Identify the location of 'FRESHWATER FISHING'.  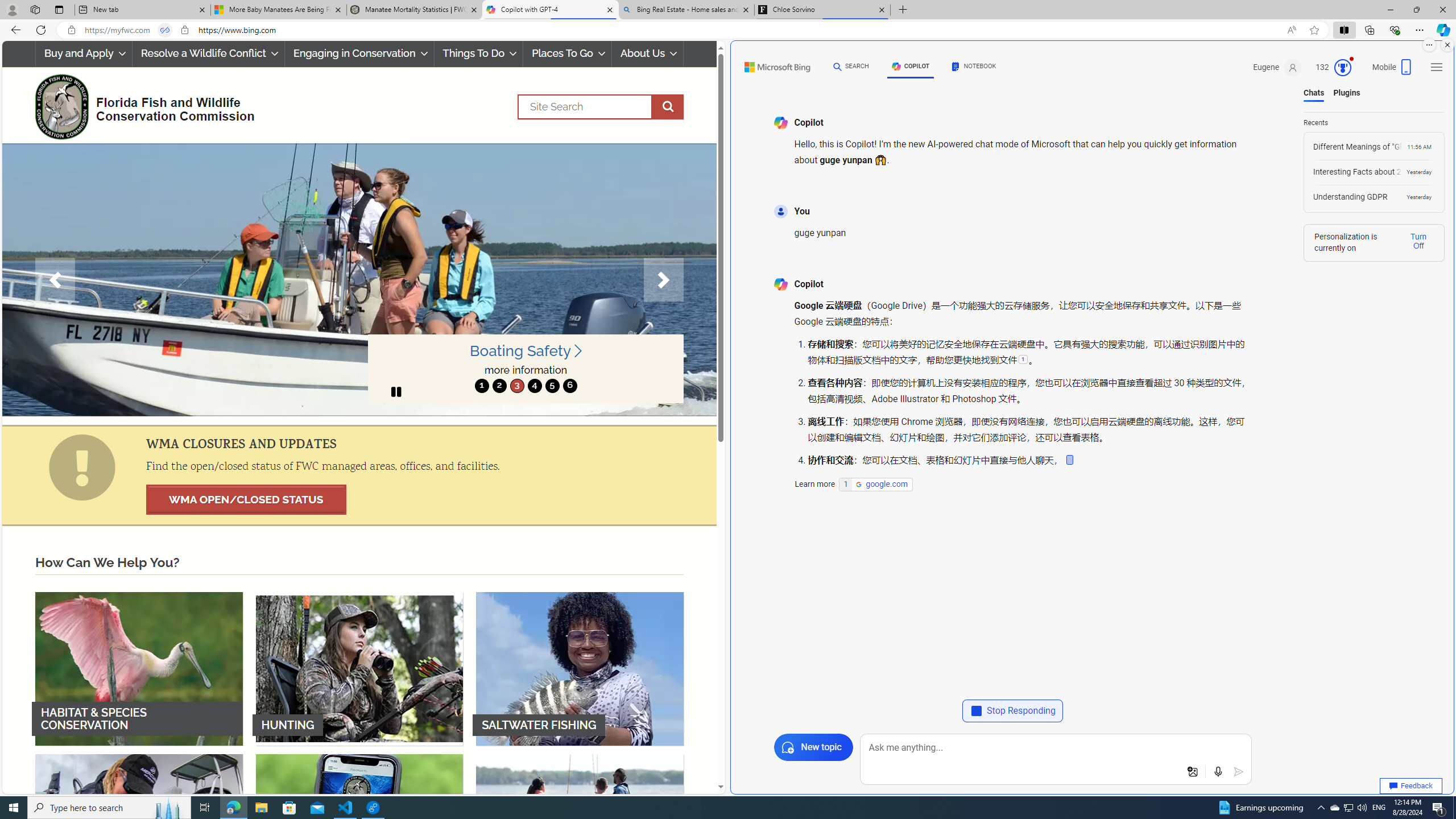
(139, 819).